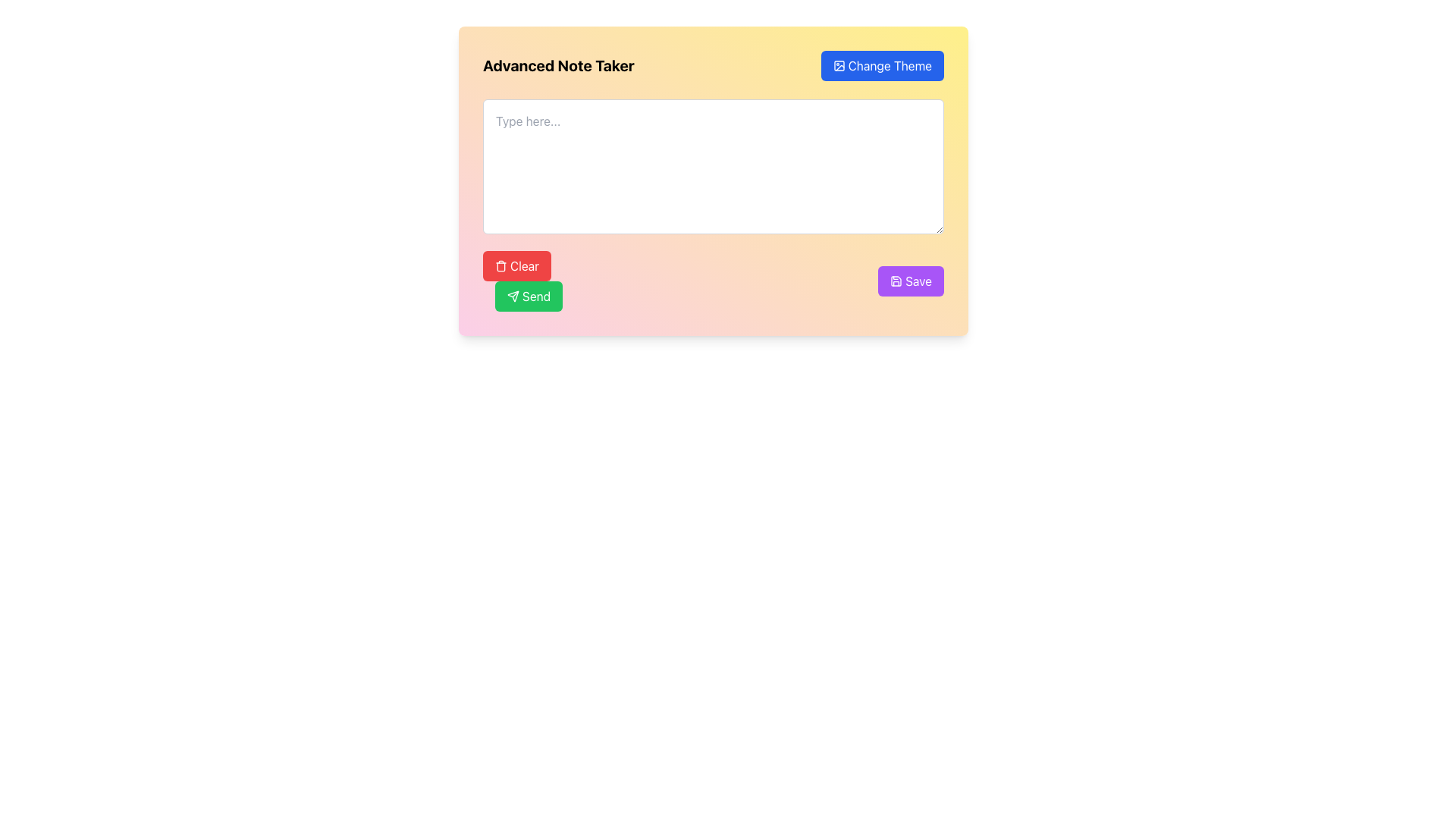 The image size is (1456, 819). What do you see at coordinates (501, 265) in the screenshot?
I see `the trash can icon located on the left side of the 'Clear' button to clear the input` at bounding box center [501, 265].